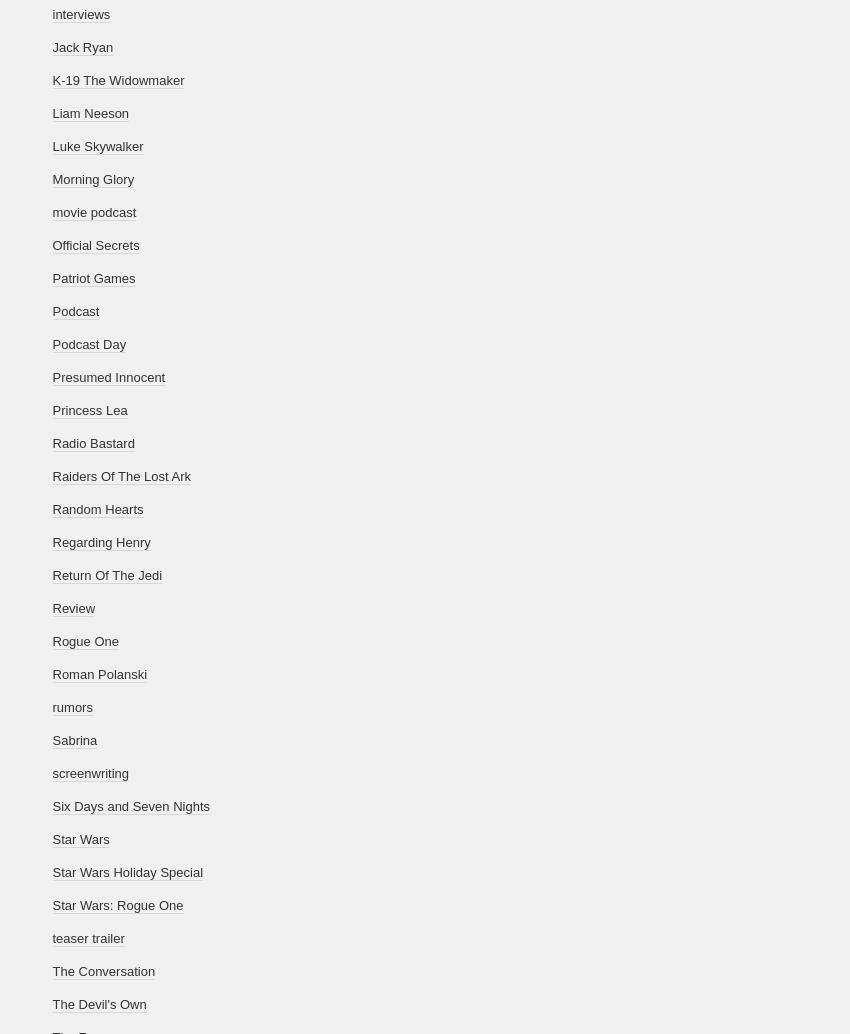 This screenshot has width=850, height=1034. Describe the element at coordinates (99, 542) in the screenshot. I see `'Regarding Henry'` at that location.